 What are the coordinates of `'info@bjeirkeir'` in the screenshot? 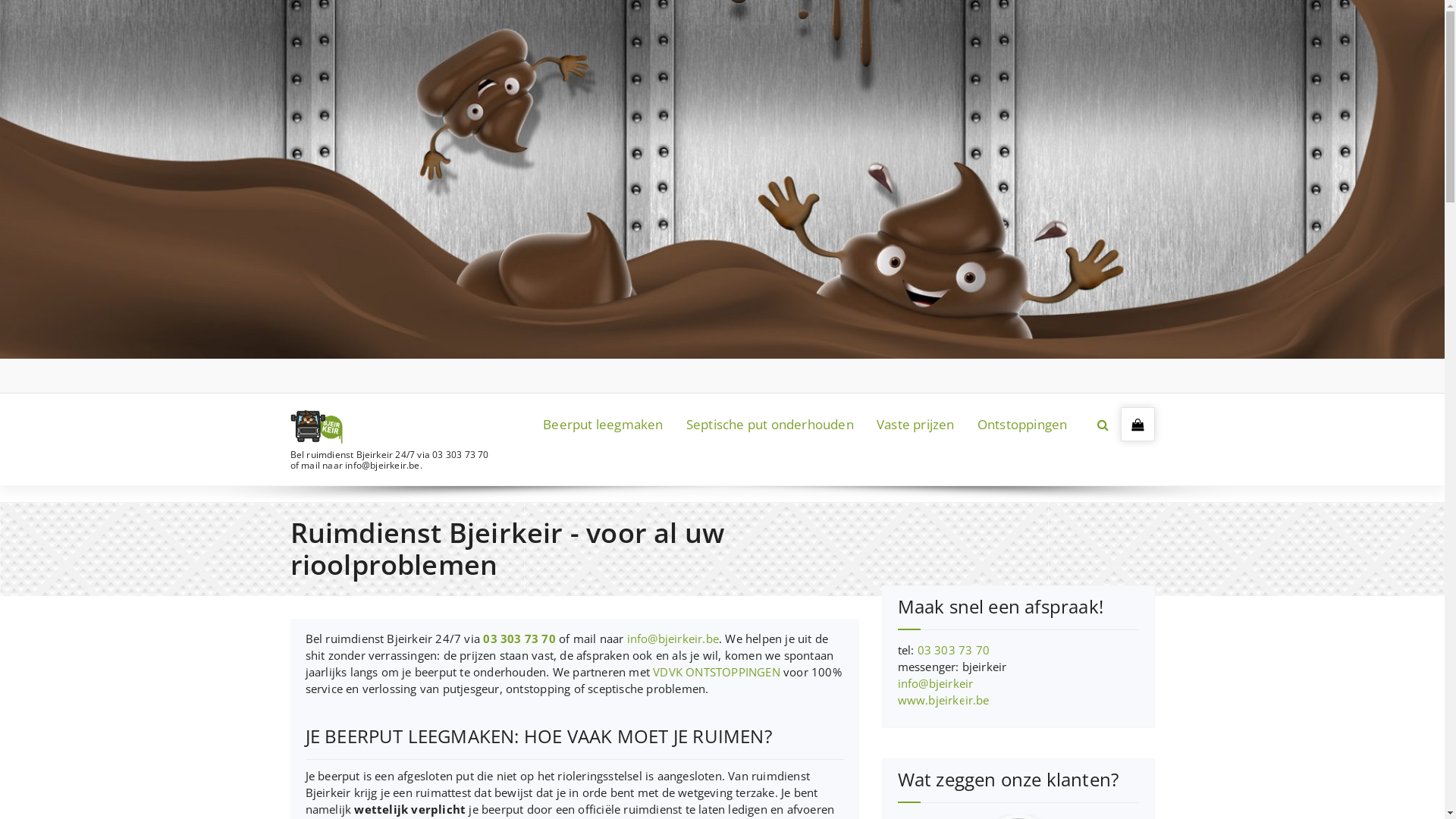 It's located at (898, 683).